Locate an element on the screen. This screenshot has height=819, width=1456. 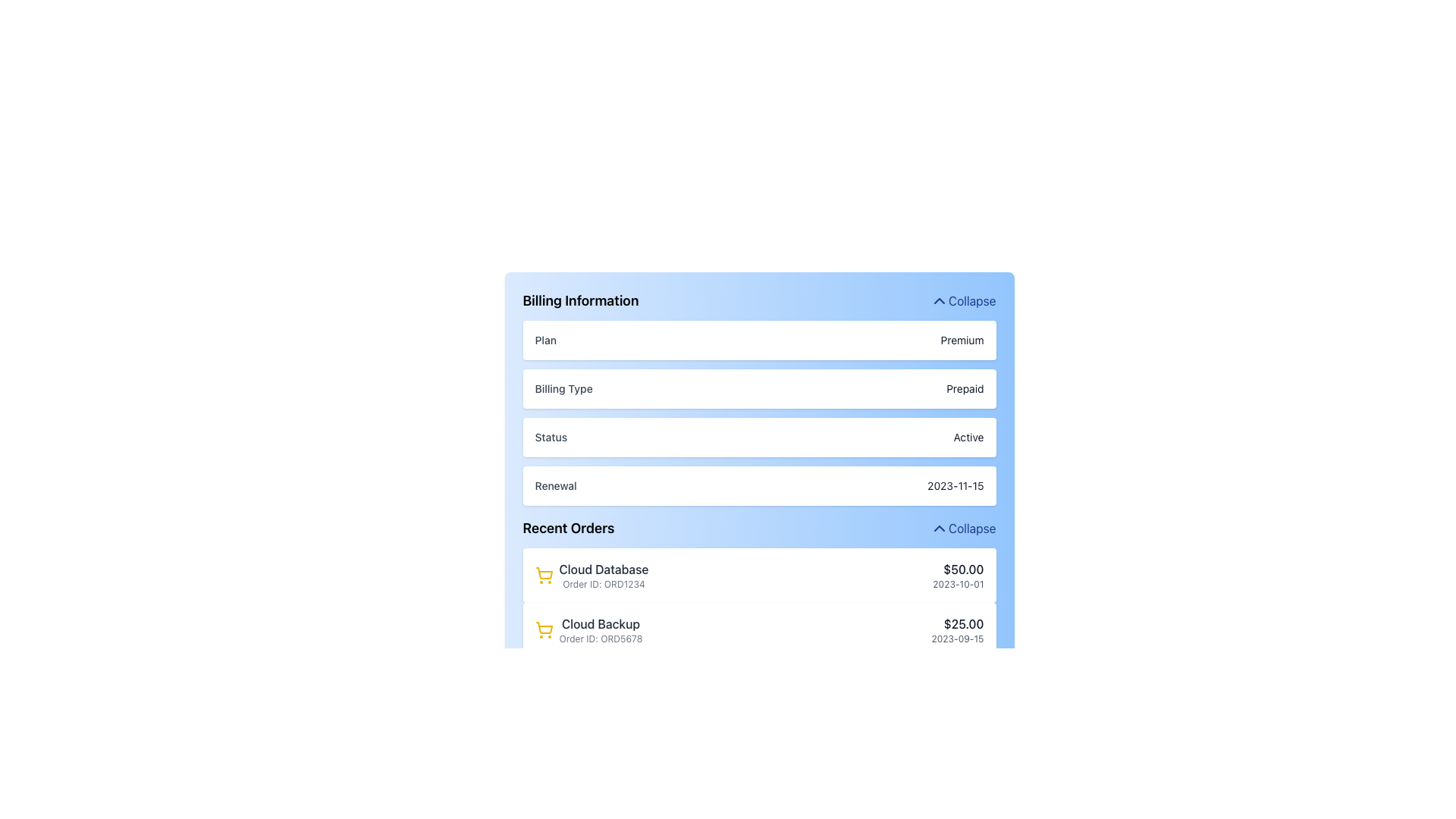
the 'Active' text label, which is styled in grayish black color and positioned on the right end of the 'Status' block under the 'Billing Information' section is located at coordinates (968, 438).